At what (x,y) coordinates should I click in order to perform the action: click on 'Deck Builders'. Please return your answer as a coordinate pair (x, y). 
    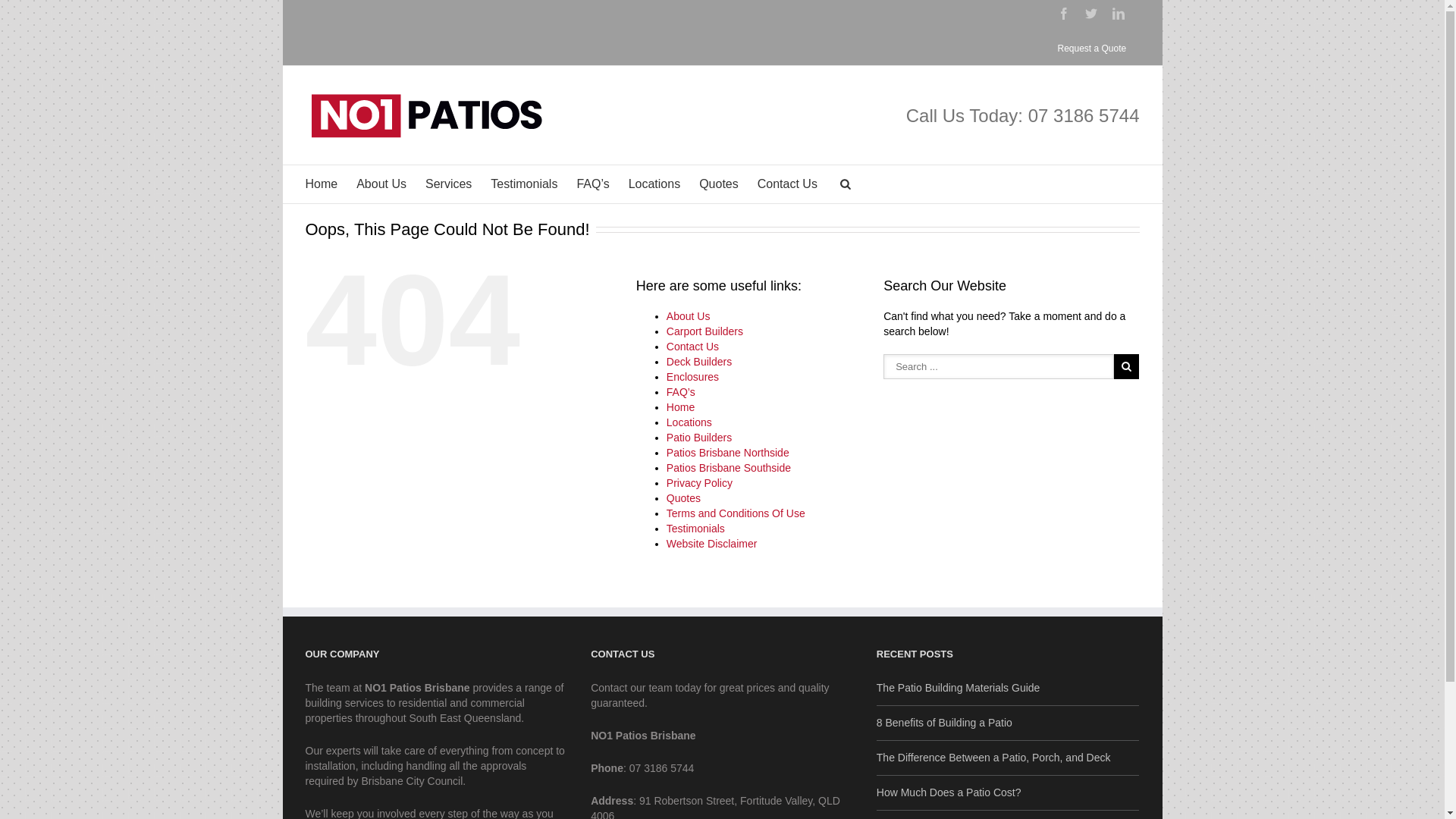
    Looking at the image, I should click on (698, 362).